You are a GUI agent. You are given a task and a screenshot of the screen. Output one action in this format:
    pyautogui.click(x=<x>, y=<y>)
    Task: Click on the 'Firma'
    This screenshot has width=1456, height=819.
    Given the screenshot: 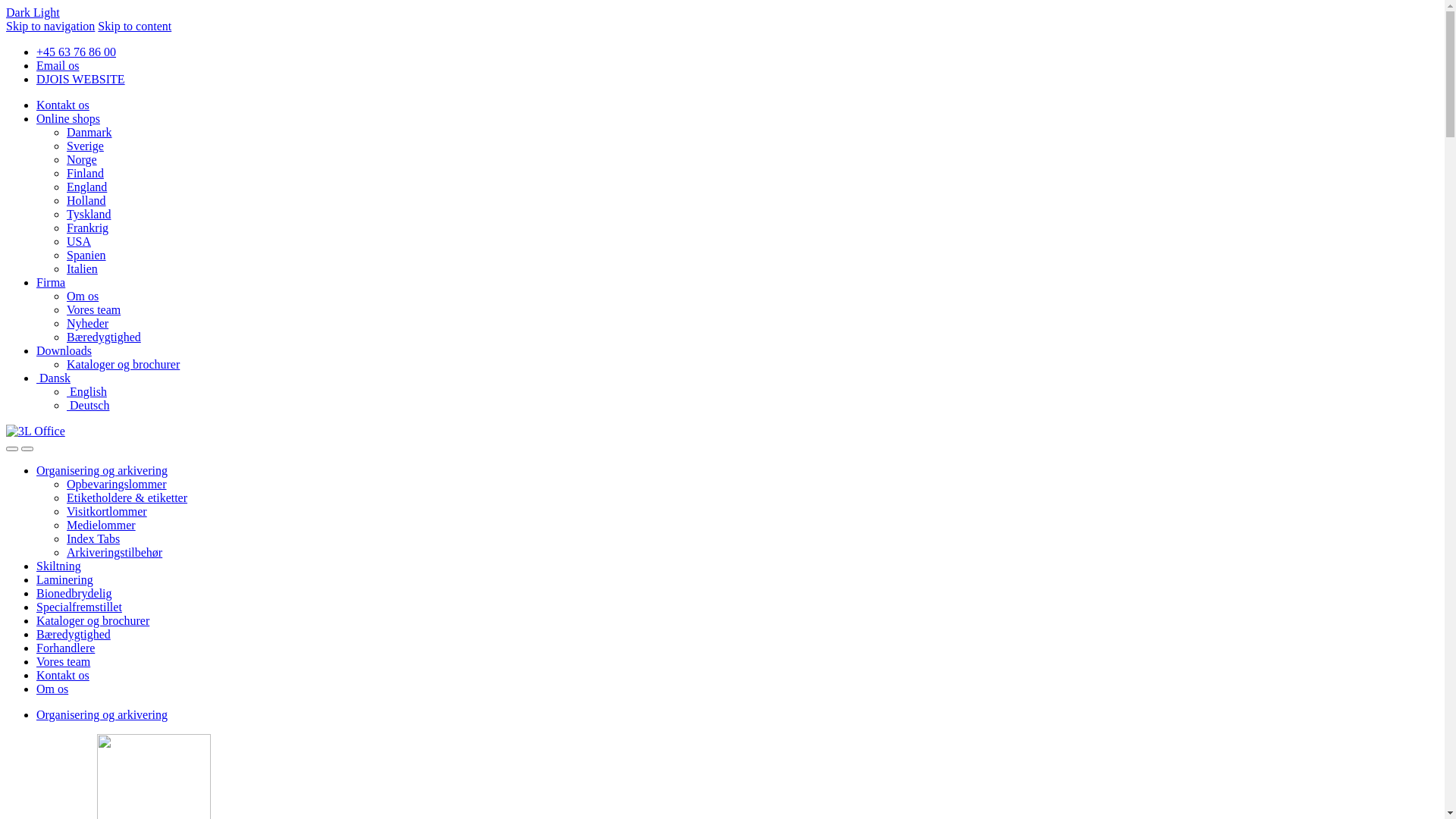 What is the action you would take?
    pyautogui.click(x=51, y=282)
    